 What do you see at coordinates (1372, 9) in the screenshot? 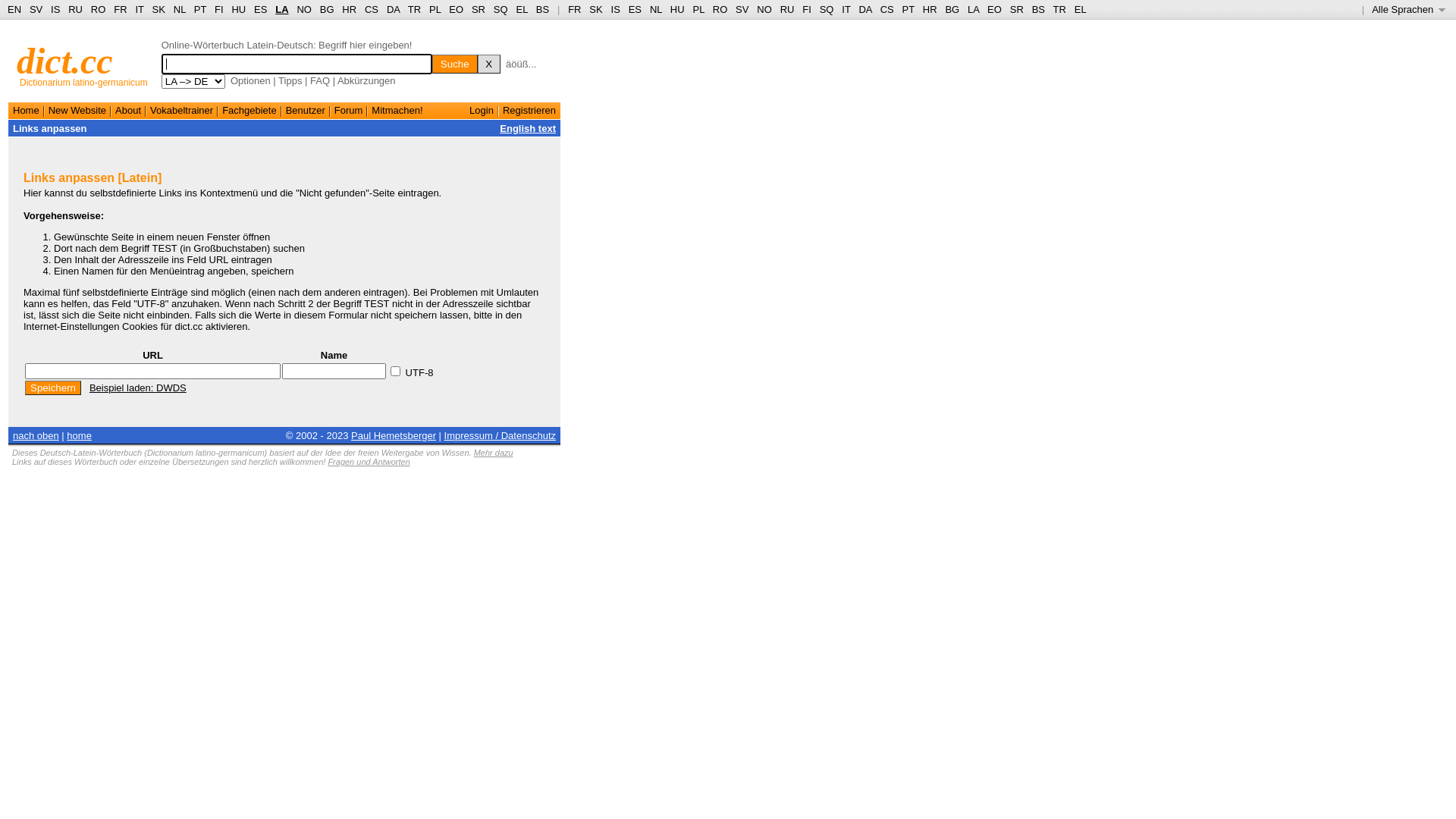
I see `'Alle Sprachen '` at bounding box center [1372, 9].